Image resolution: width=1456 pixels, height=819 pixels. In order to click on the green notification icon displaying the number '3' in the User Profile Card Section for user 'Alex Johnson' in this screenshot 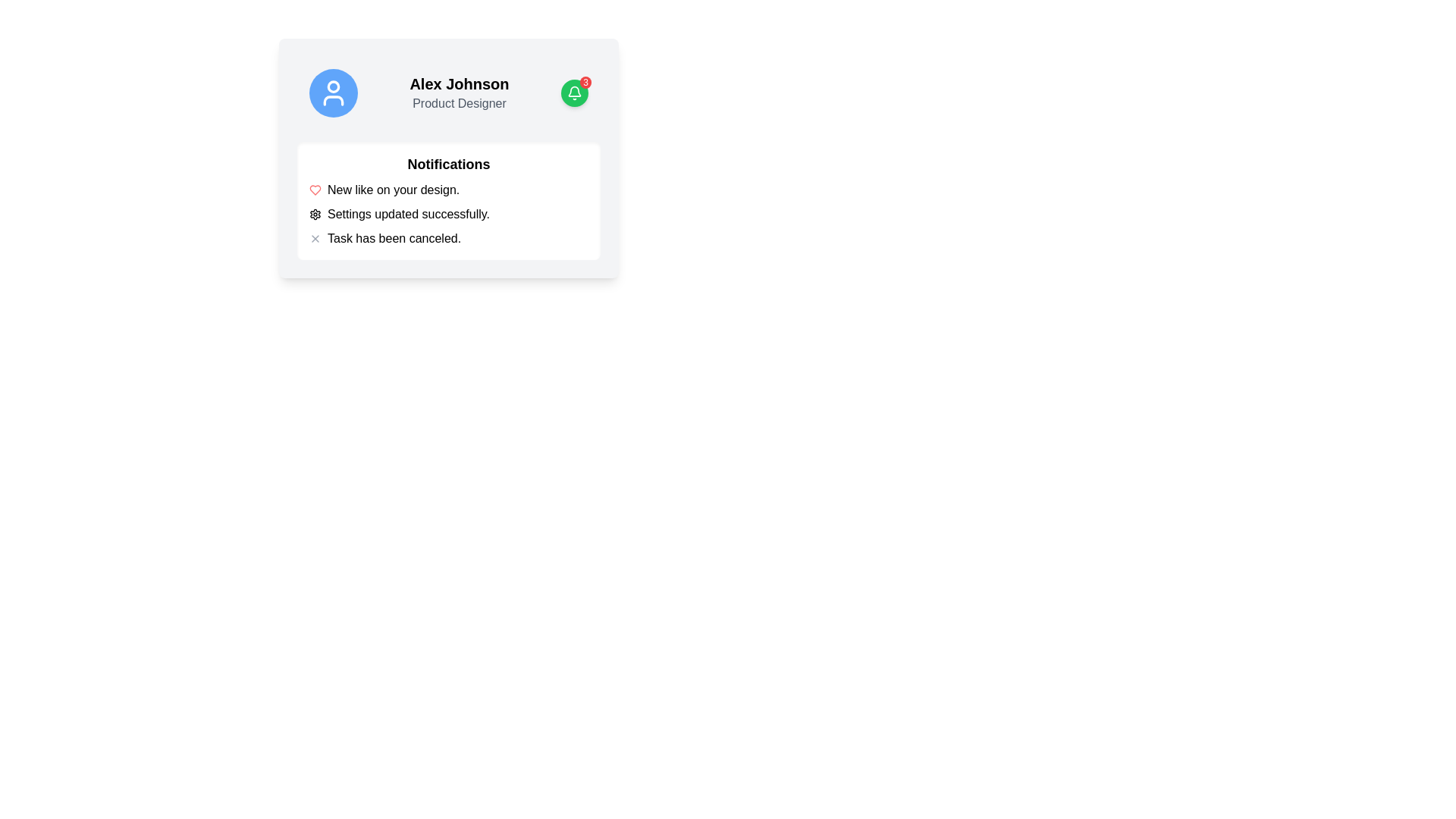, I will do `click(447, 93)`.